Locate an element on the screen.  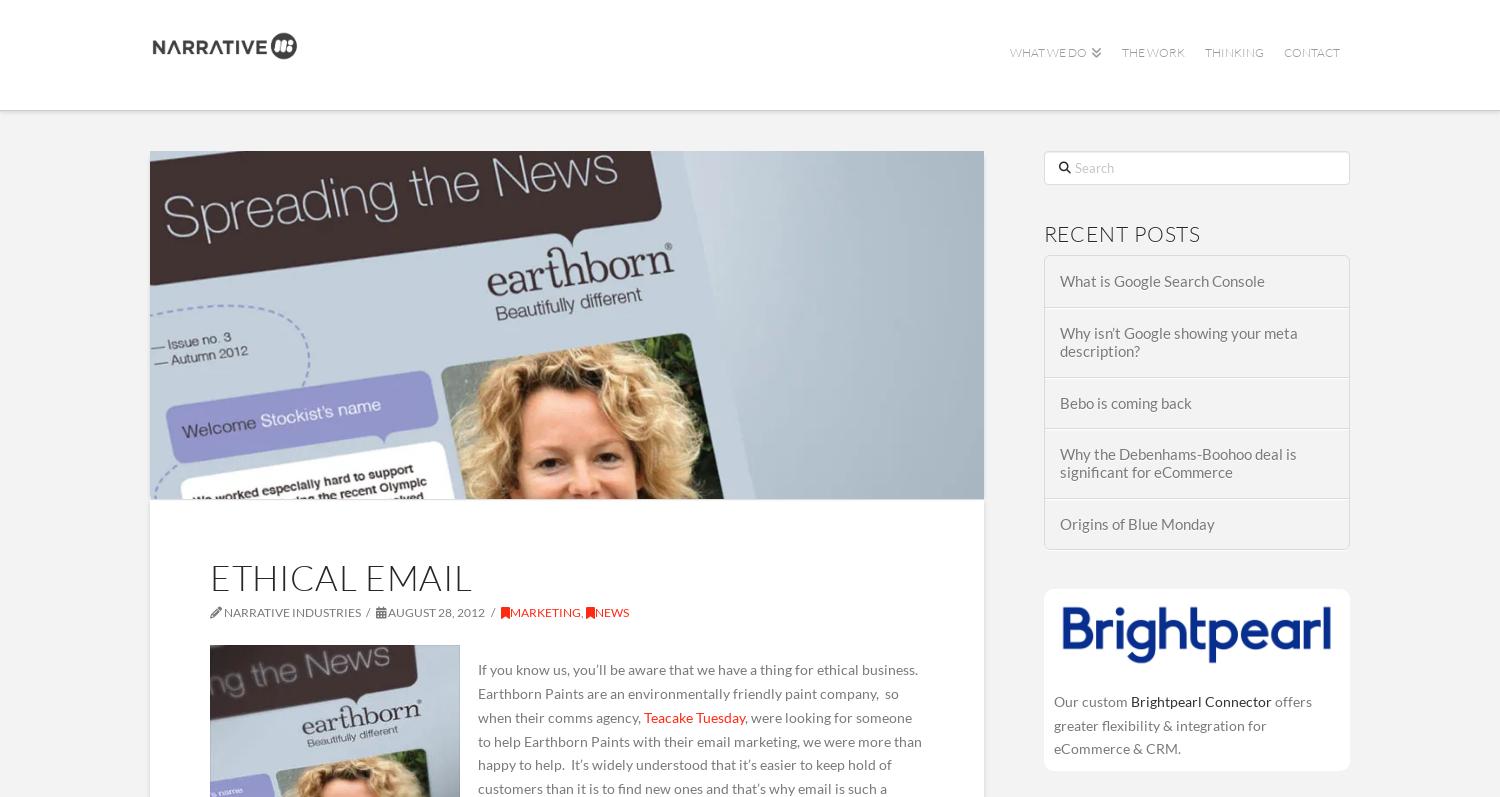
'Marketing' is located at coordinates (544, 612).